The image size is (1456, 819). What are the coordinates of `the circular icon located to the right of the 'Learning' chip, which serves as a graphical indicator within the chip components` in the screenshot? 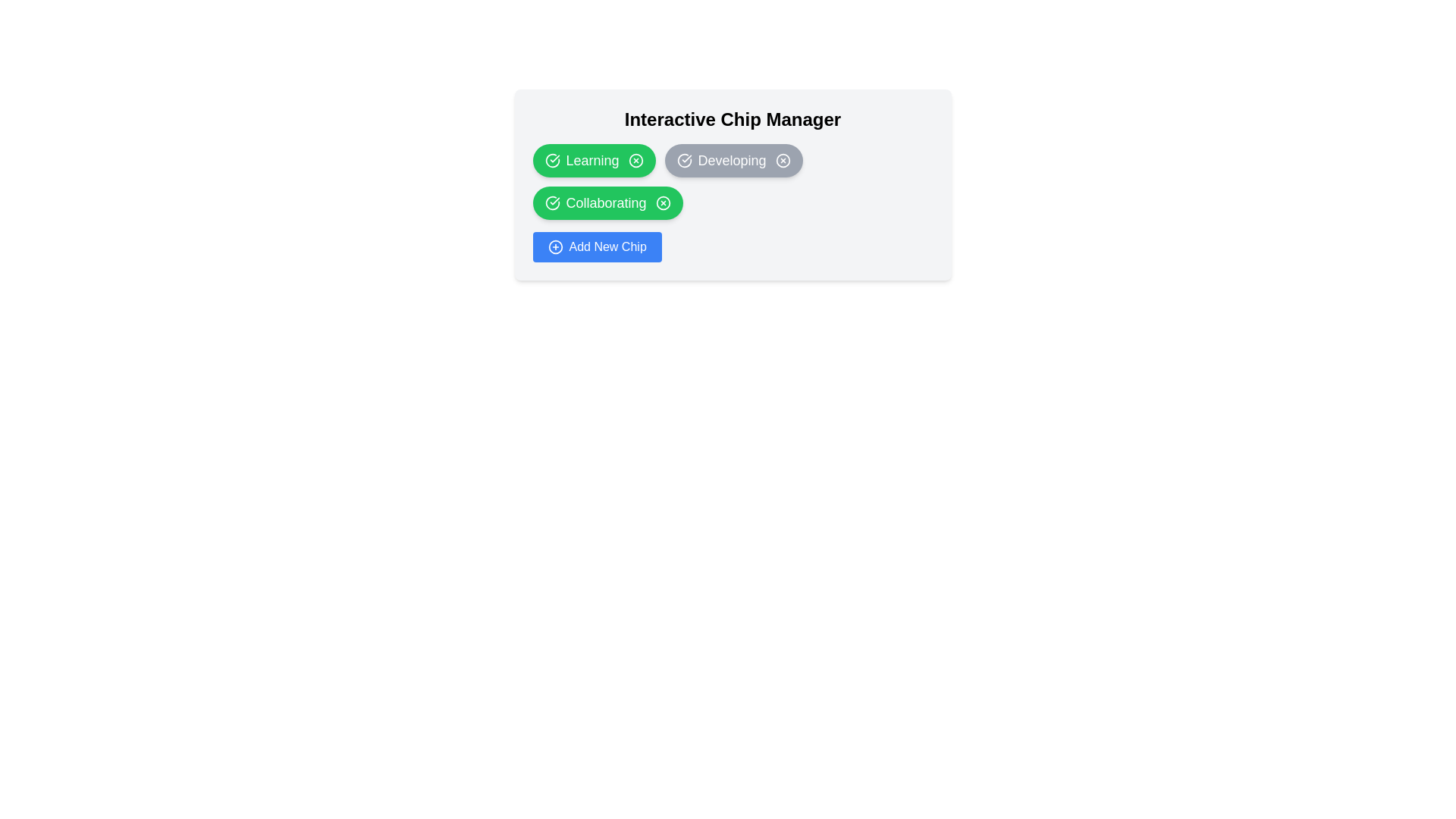 It's located at (635, 161).